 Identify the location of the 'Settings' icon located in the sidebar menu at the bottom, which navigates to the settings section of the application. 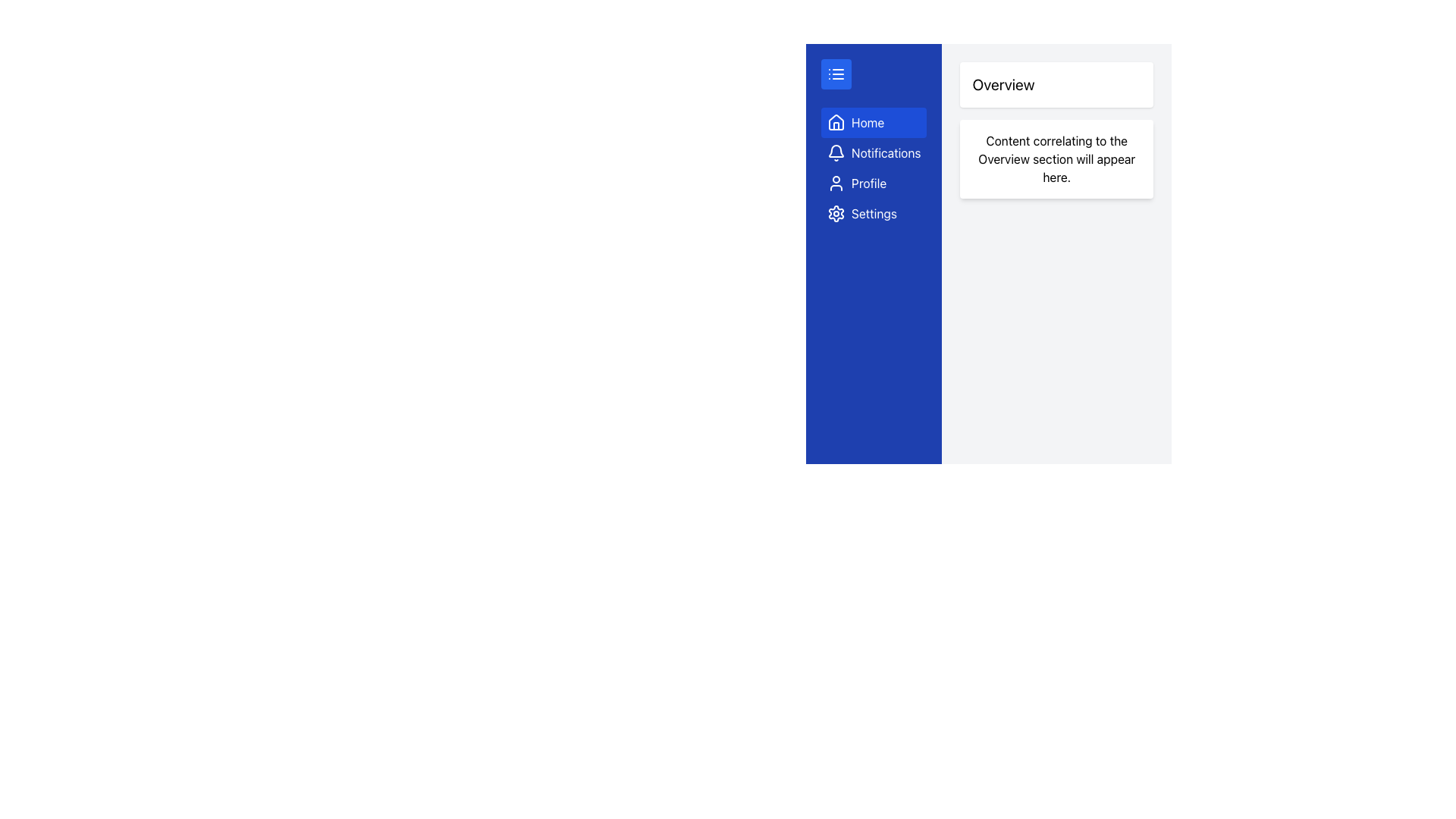
(836, 213).